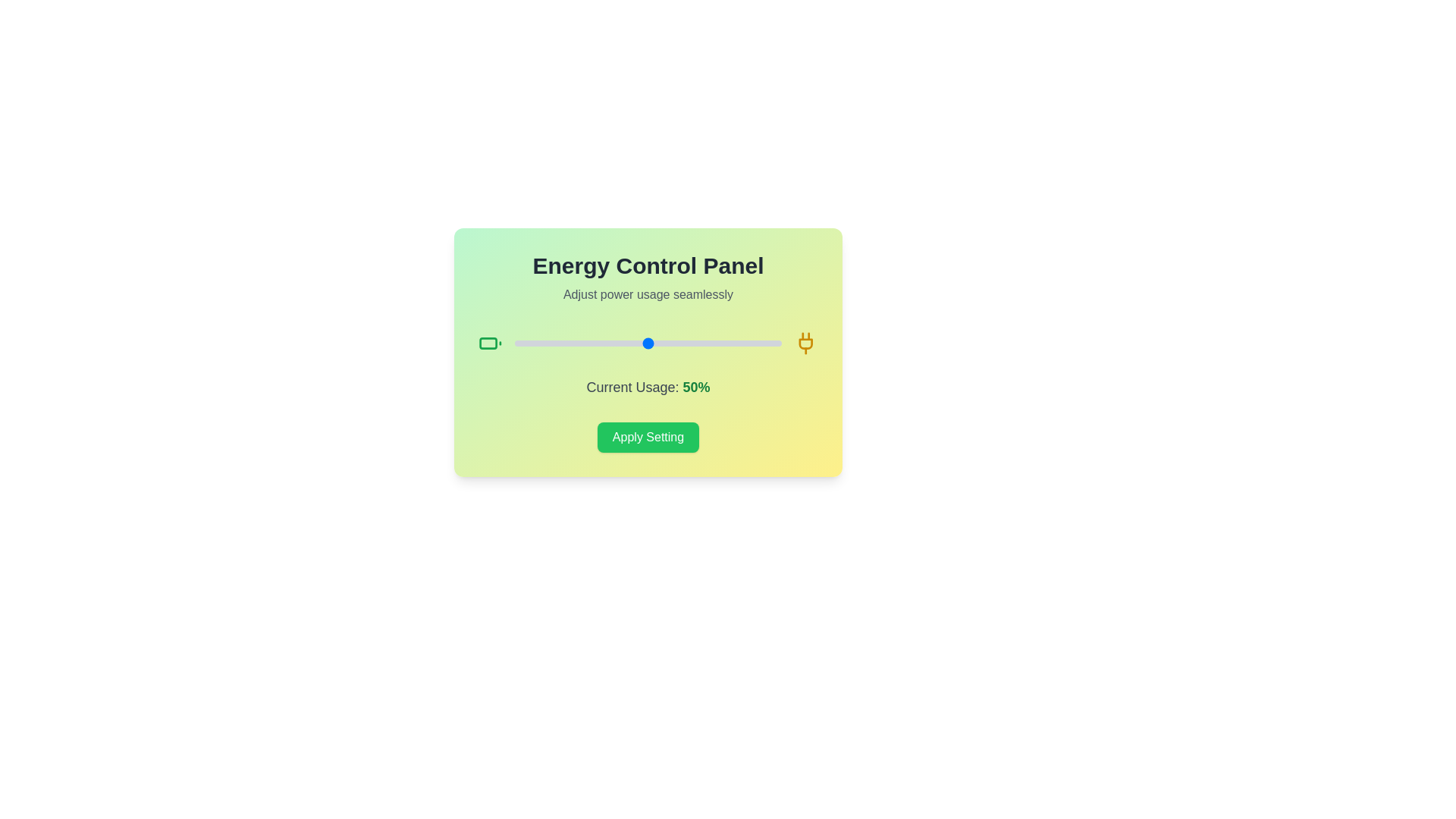 This screenshot has height=819, width=1456. I want to click on the energy usage slider, so click(714, 343).